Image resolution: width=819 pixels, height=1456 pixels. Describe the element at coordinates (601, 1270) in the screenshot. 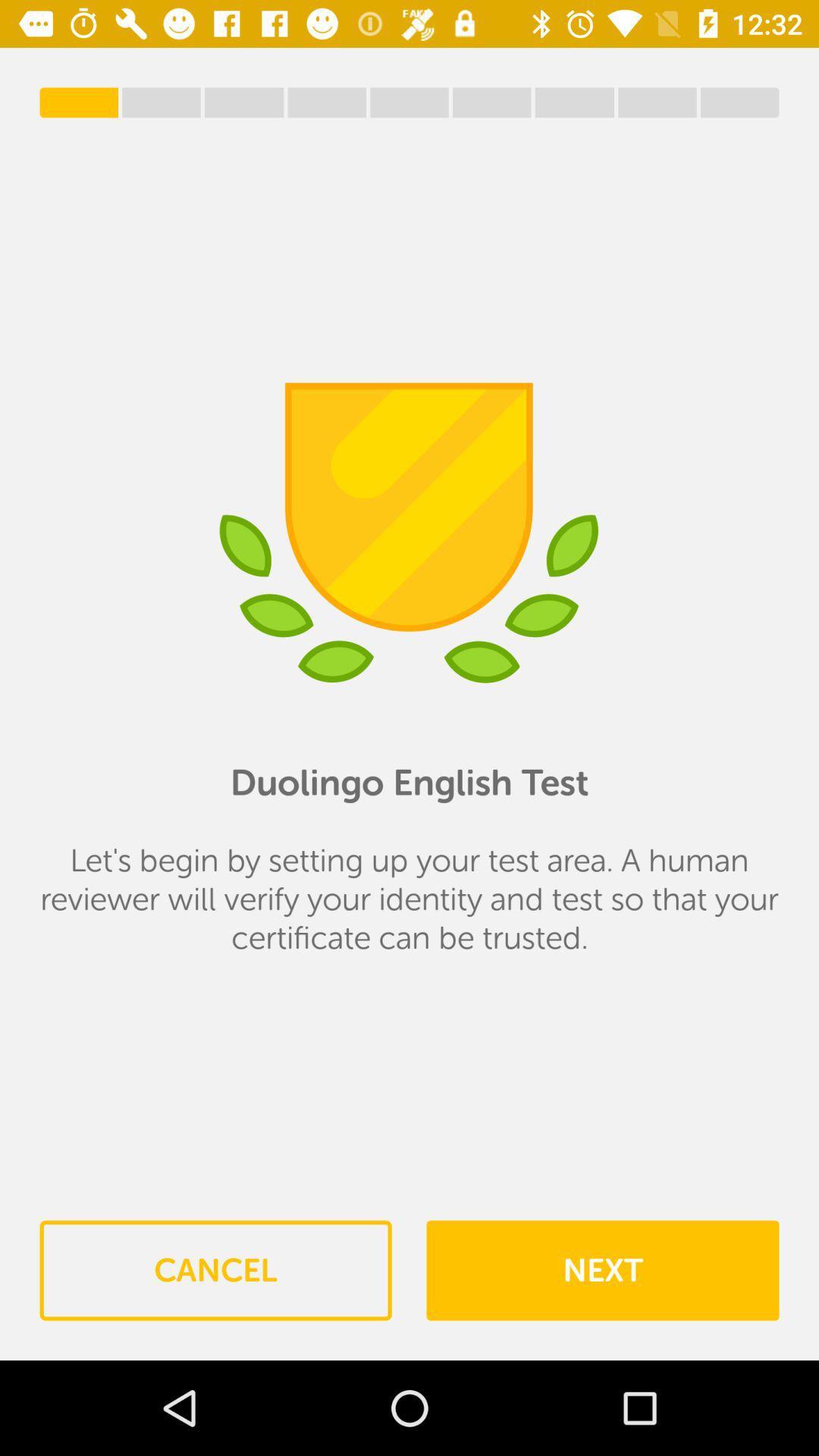

I see `the icon below let s begin` at that location.